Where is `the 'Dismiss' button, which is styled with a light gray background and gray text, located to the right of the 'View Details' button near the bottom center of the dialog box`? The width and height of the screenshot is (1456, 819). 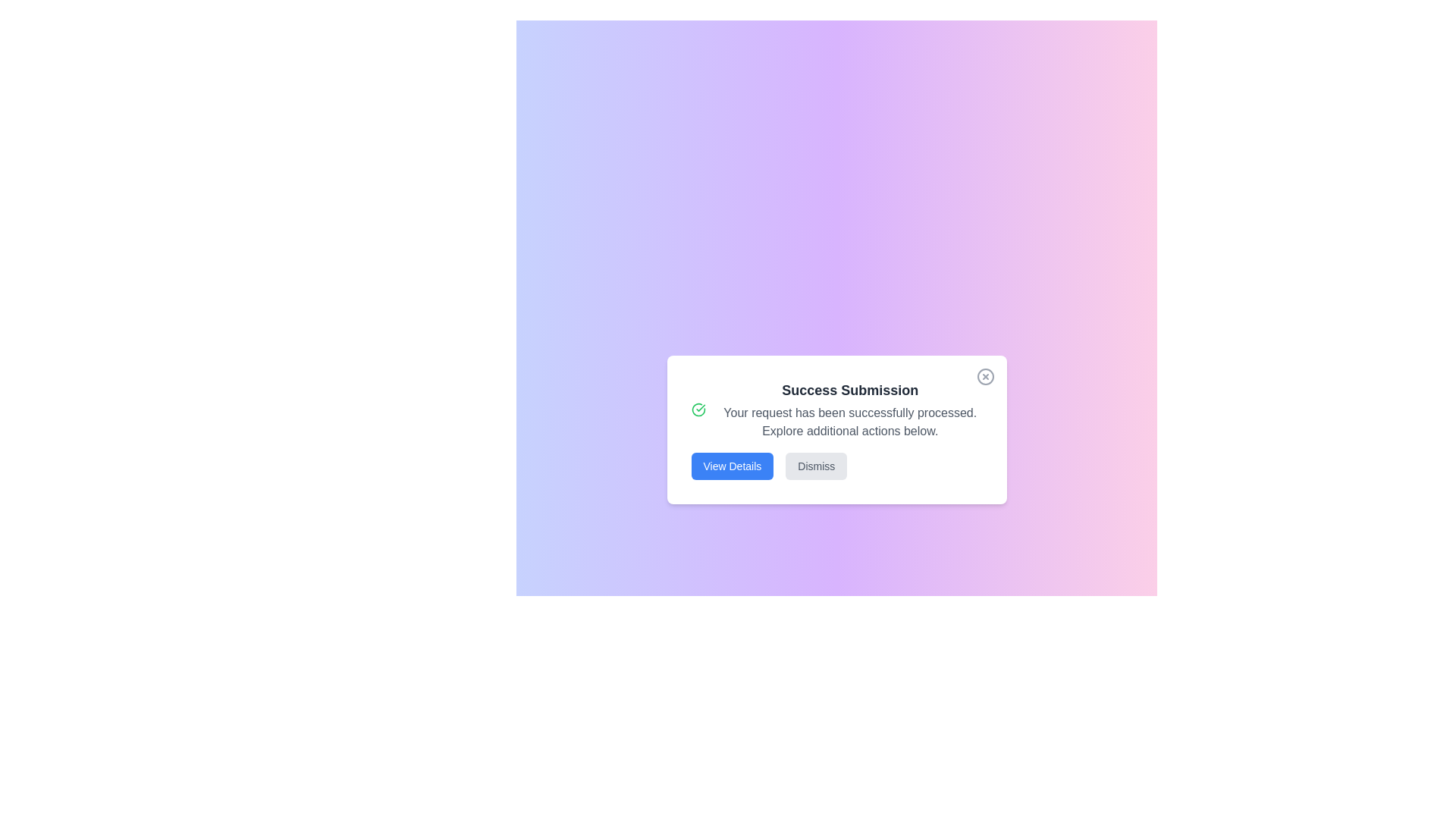
the 'Dismiss' button, which is styled with a light gray background and gray text, located to the right of the 'View Details' button near the bottom center of the dialog box is located at coordinates (815, 465).